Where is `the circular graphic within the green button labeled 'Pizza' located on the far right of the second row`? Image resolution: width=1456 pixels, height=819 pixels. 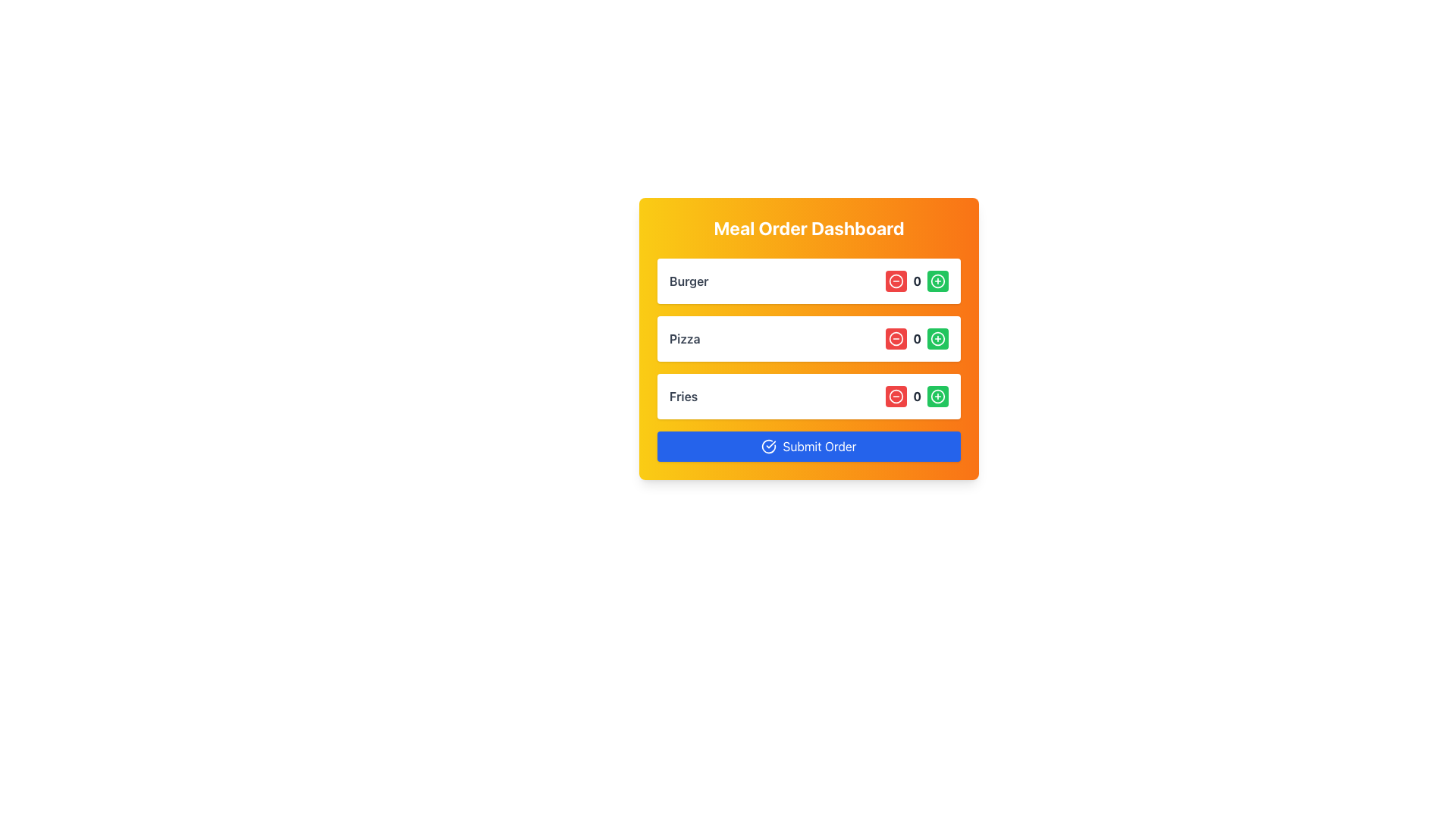
the circular graphic within the green button labeled 'Pizza' located on the far right of the second row is located at coordinates (937, 338).